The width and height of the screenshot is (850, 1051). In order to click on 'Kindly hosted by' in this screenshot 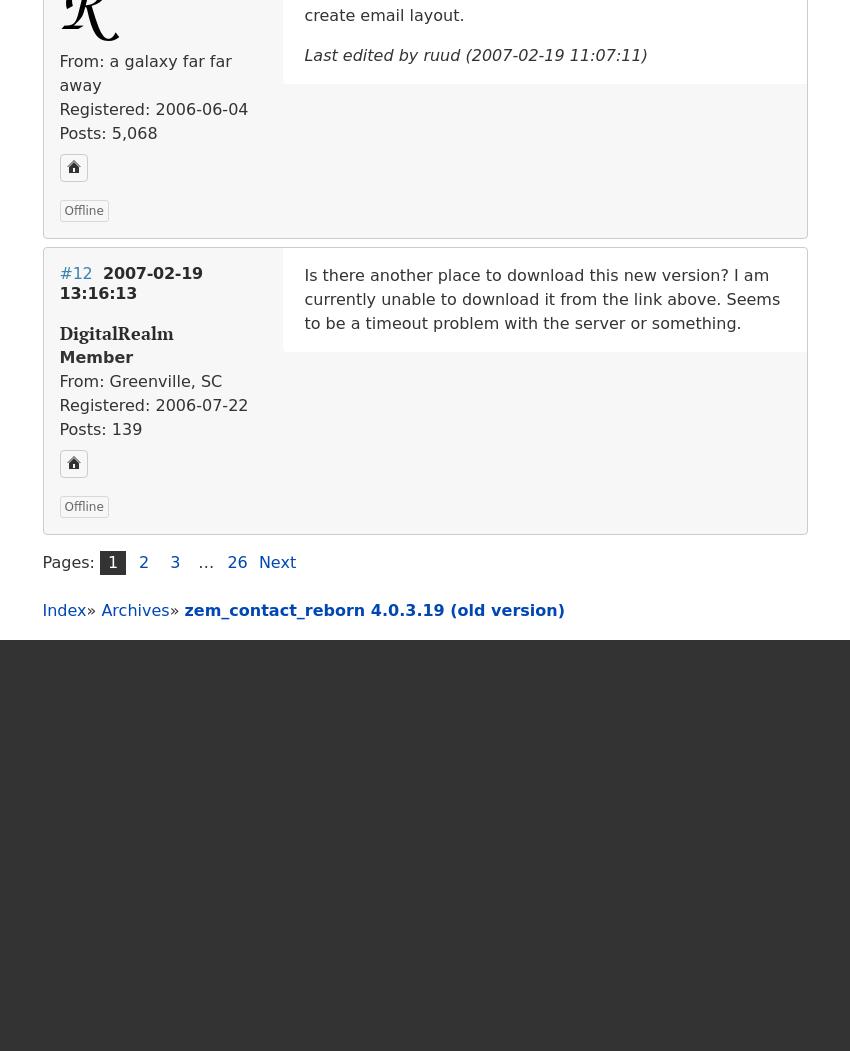, I will do `click(689, 827)`.